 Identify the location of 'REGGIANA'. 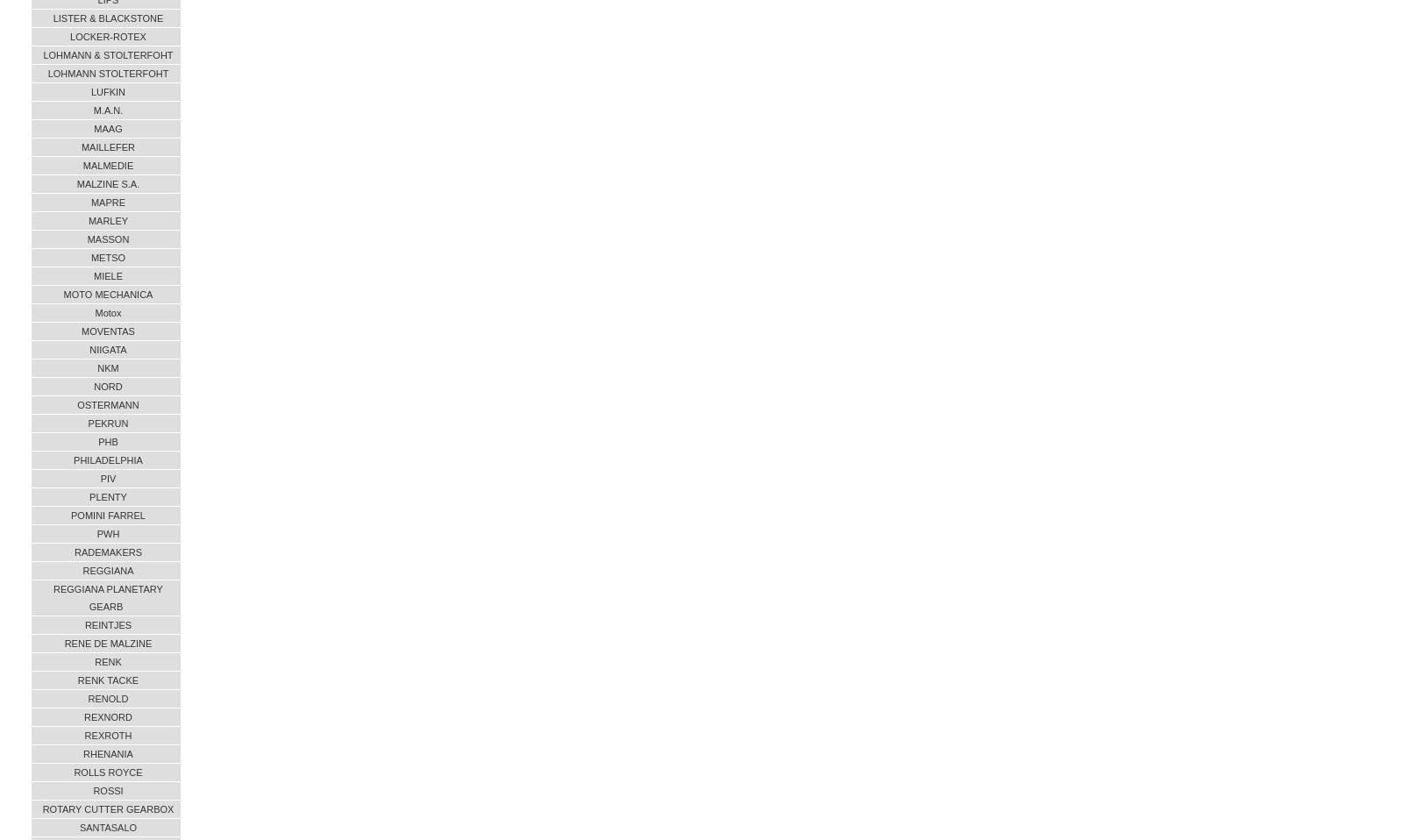
(107, 569).